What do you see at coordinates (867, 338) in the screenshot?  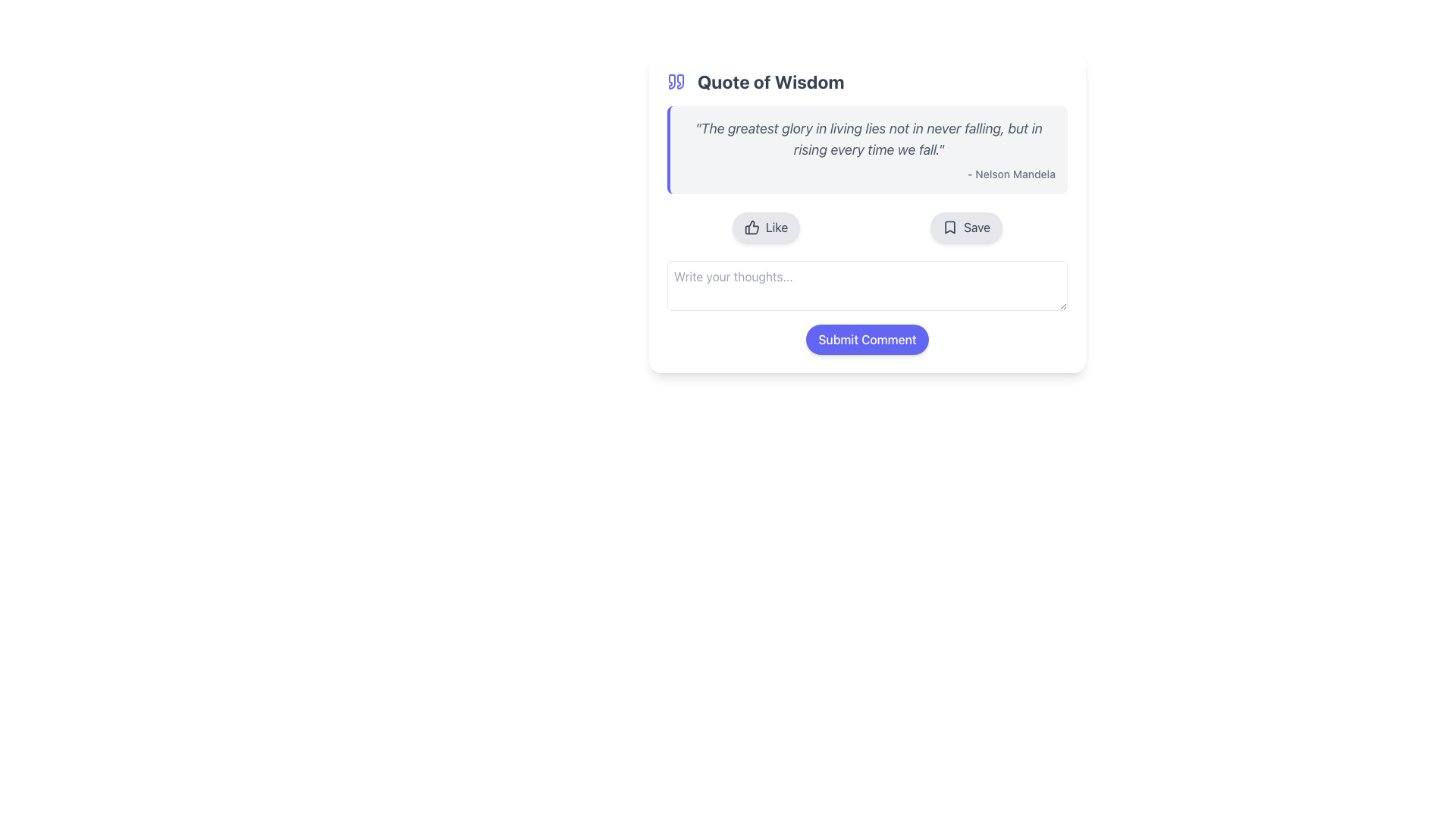 I see `the purple rounded 'Submit Comment' button` at bounding box center [867, 338].